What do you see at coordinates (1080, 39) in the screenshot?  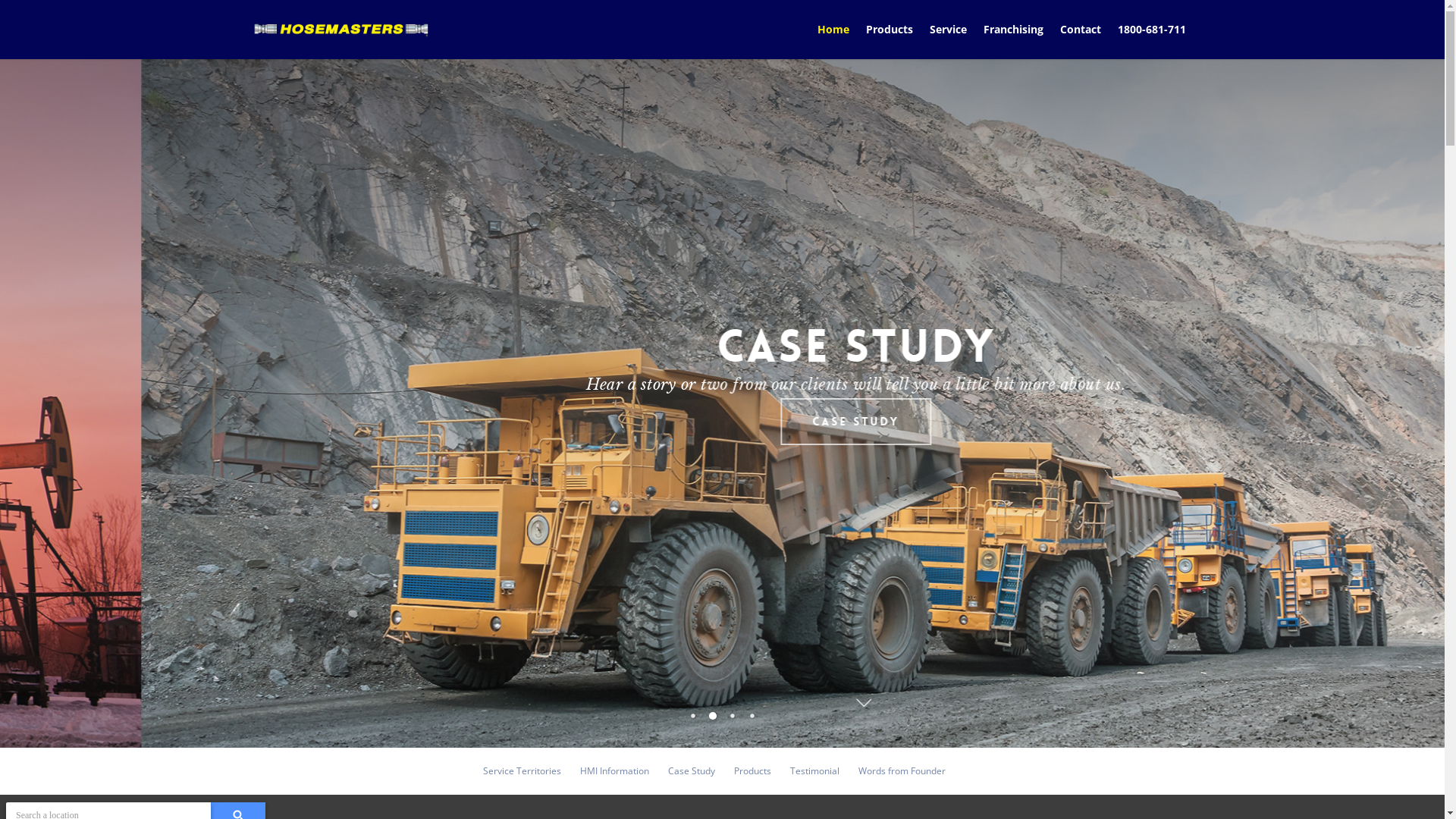 I see `'Contact'` at bounding box center [1080, 39].